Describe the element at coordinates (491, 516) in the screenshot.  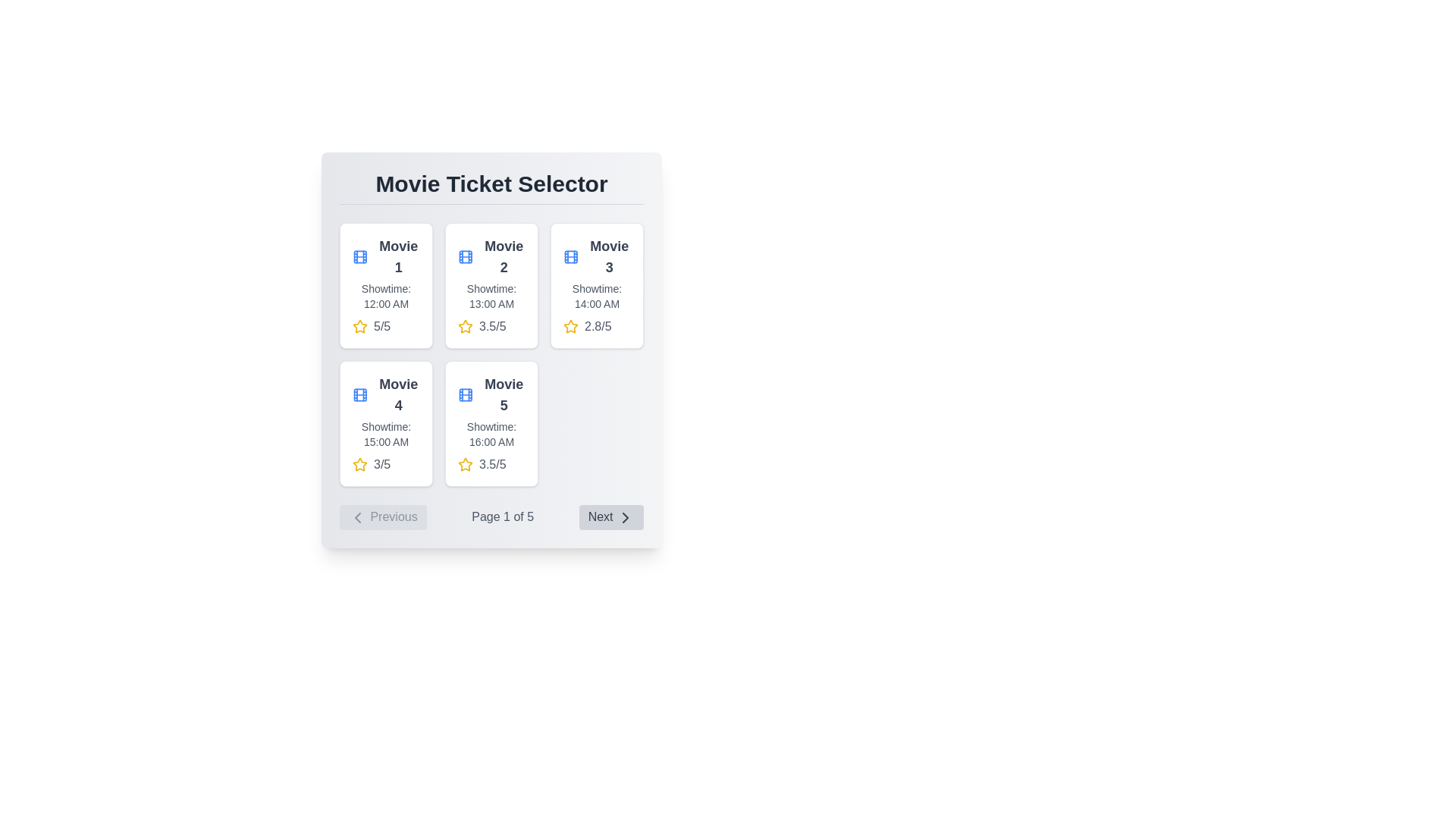
I see `the current page number displayed in the pagination control, which shows 'Page 1 of 5' in the center text` at that location.